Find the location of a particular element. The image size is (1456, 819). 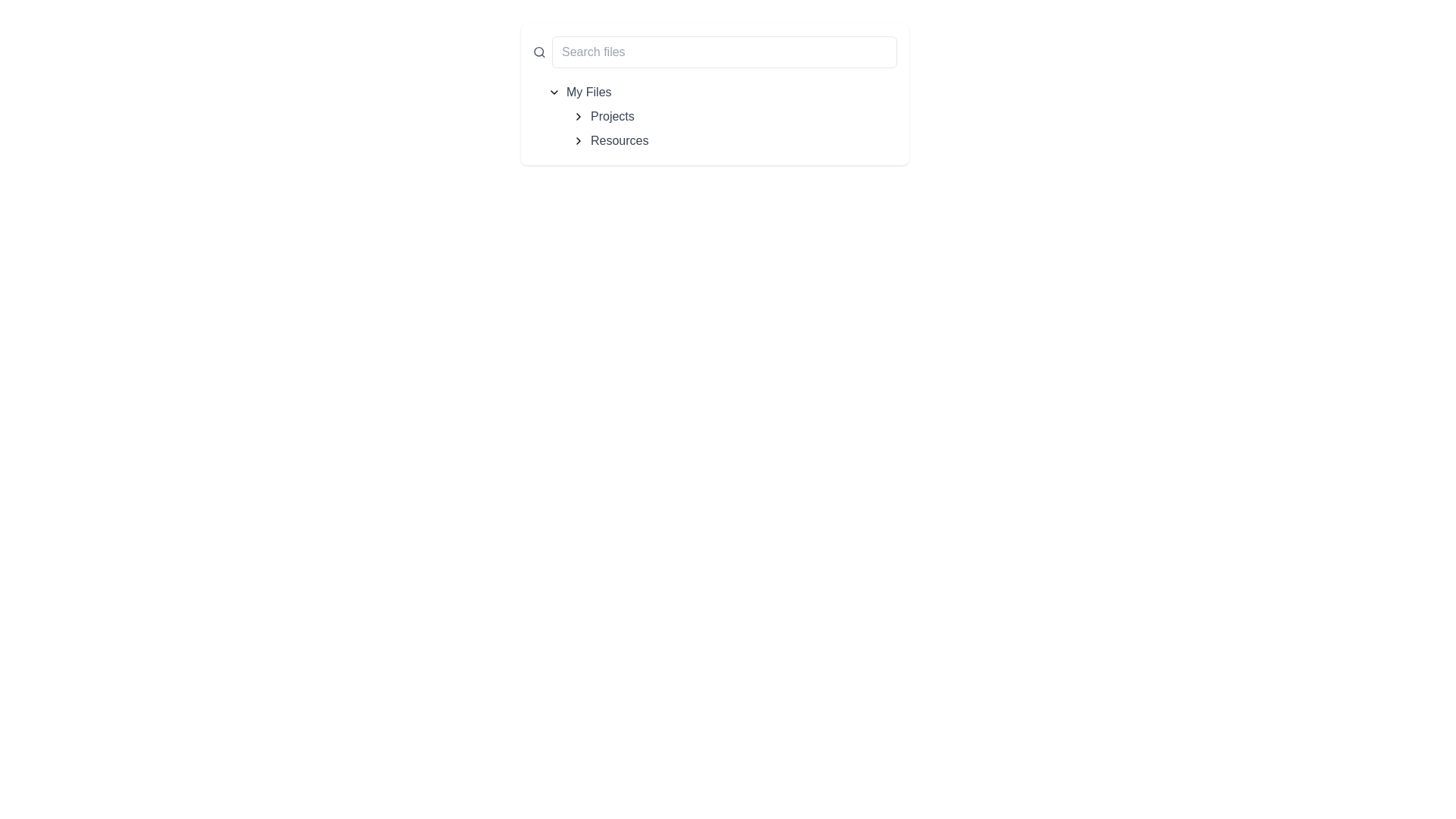

the toggle icon for the 'Resources' section is located at coordinates (578, 140).